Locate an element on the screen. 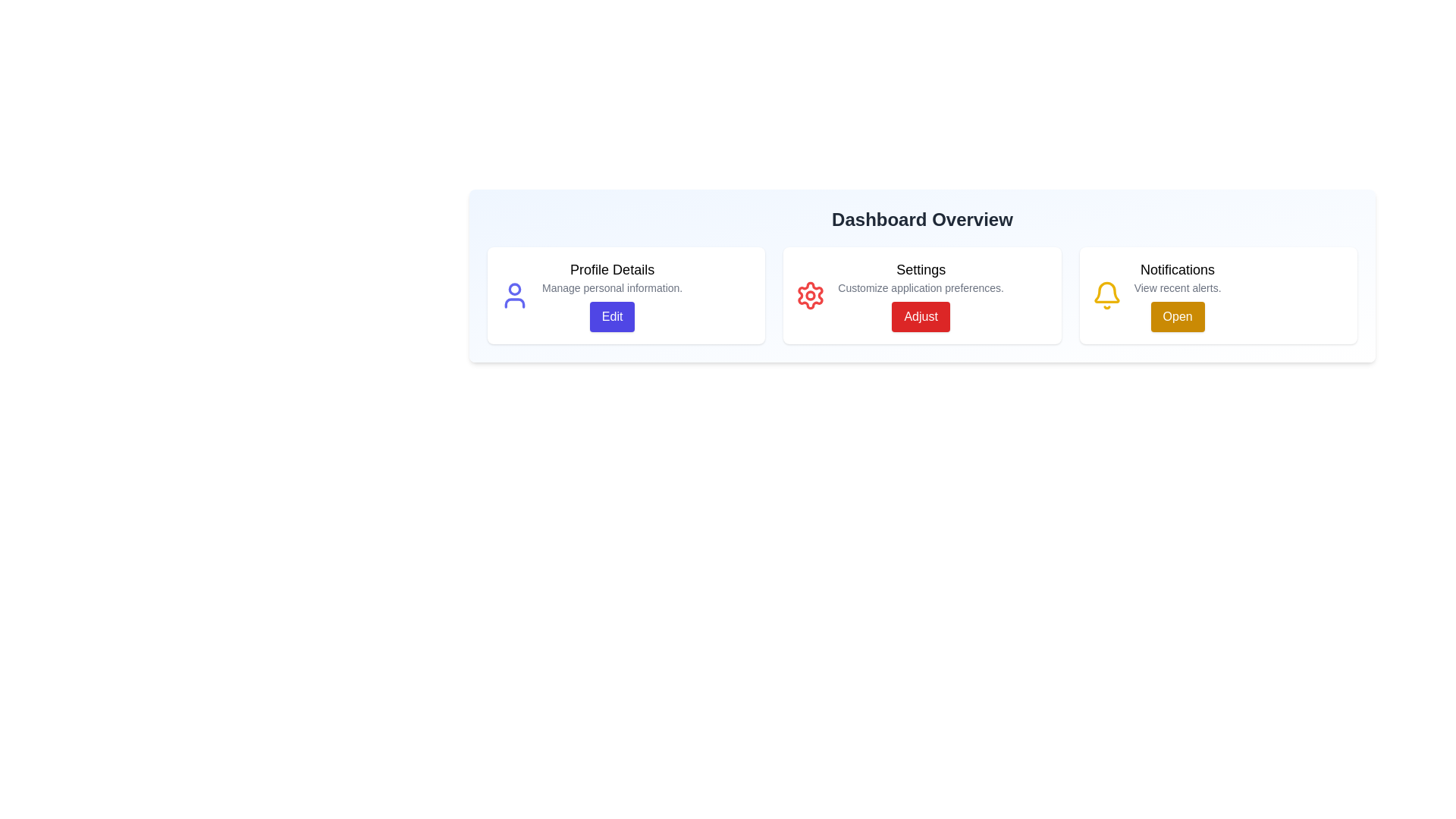 The image size is (1456, 819). the SVG circle element that represents part of the user profile icon in the 'Profile Details' card is located at coordinates (514, 289).